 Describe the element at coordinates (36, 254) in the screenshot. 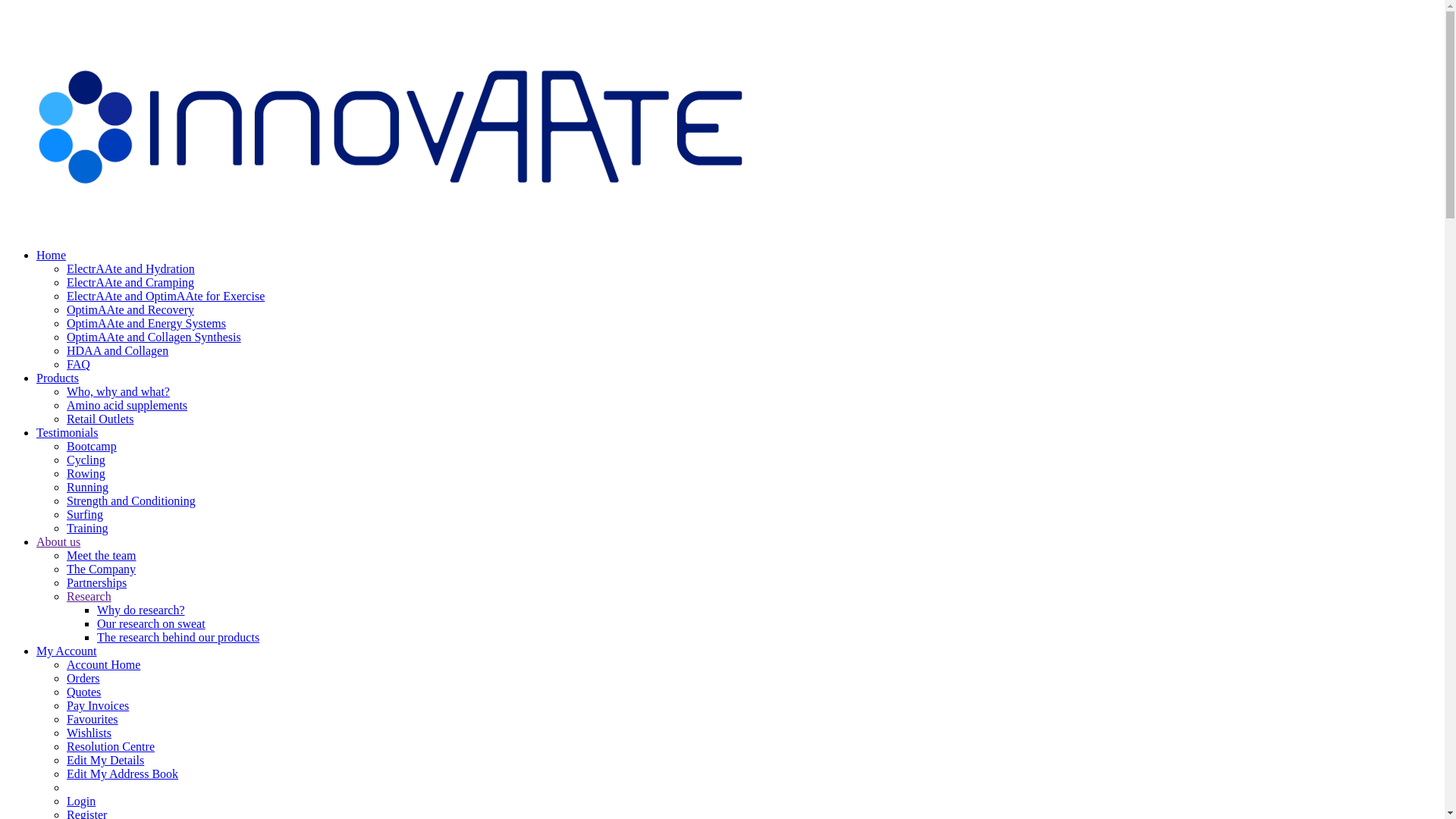

I see `'Home'` at that location.